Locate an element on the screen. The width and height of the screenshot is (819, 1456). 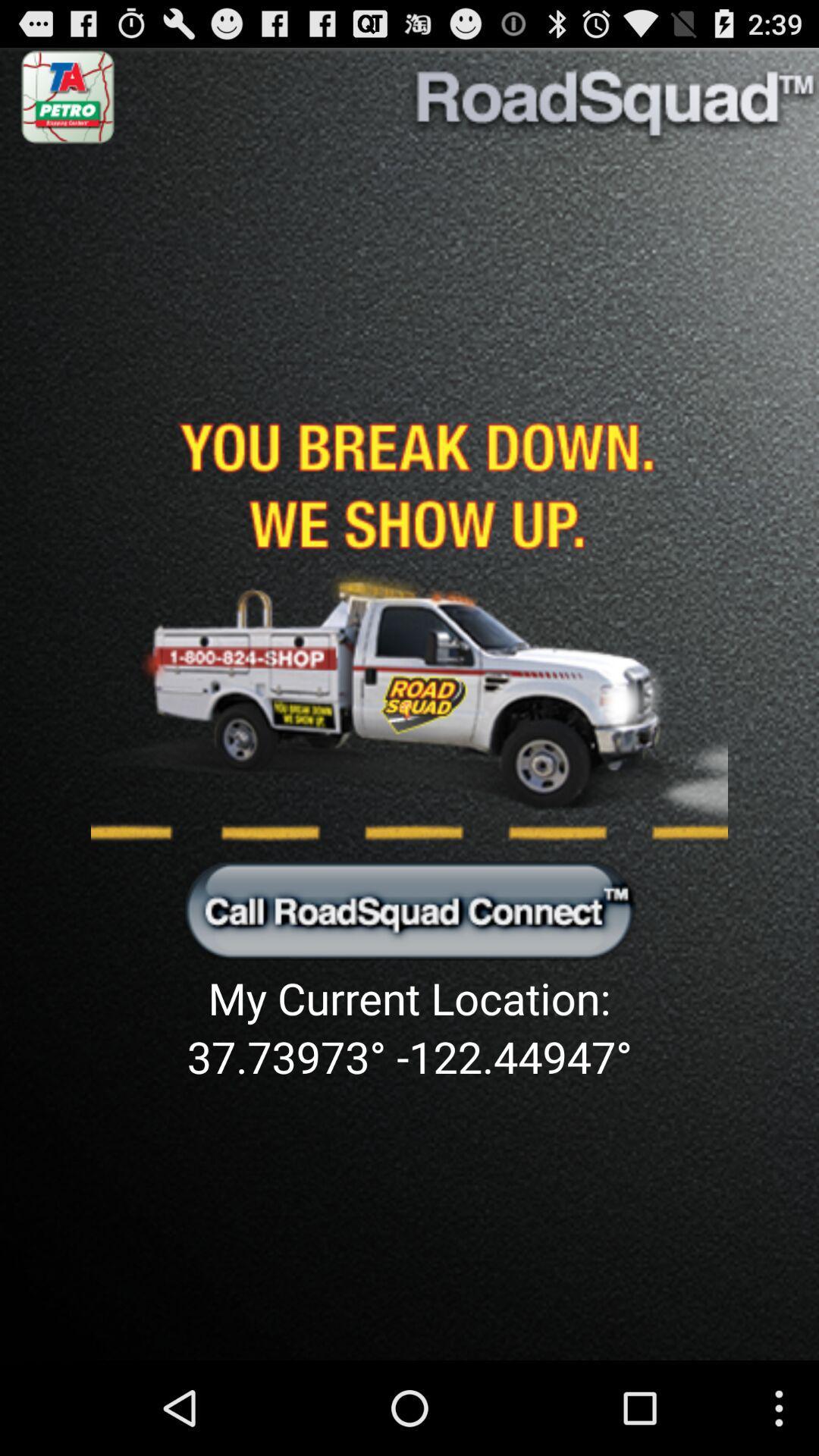
the icon above my current location: icon is located at coordinates (409, 909).